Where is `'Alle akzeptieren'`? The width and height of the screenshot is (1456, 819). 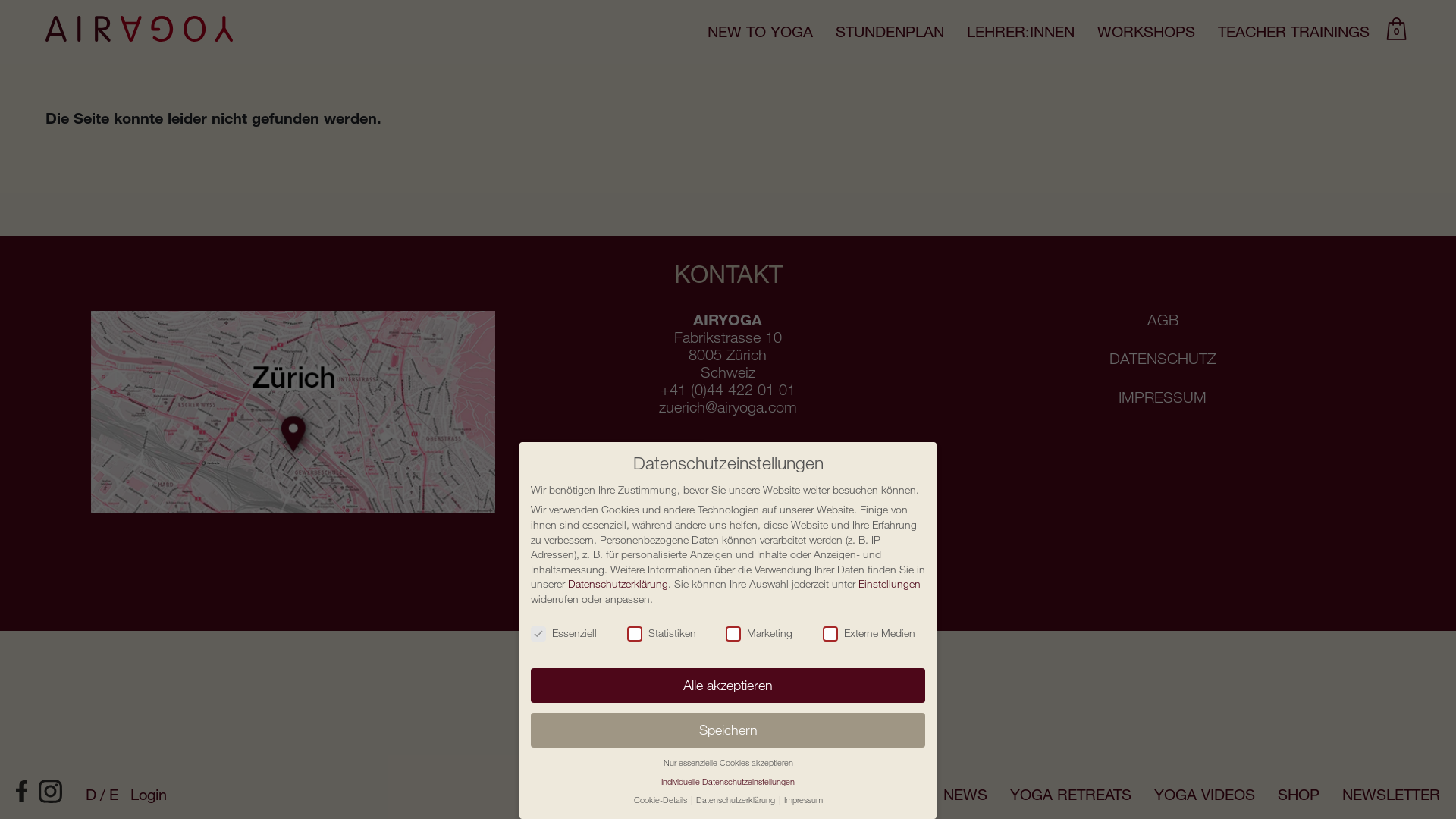 'Alle akzeptieren' is located at coordinates (728, 685).